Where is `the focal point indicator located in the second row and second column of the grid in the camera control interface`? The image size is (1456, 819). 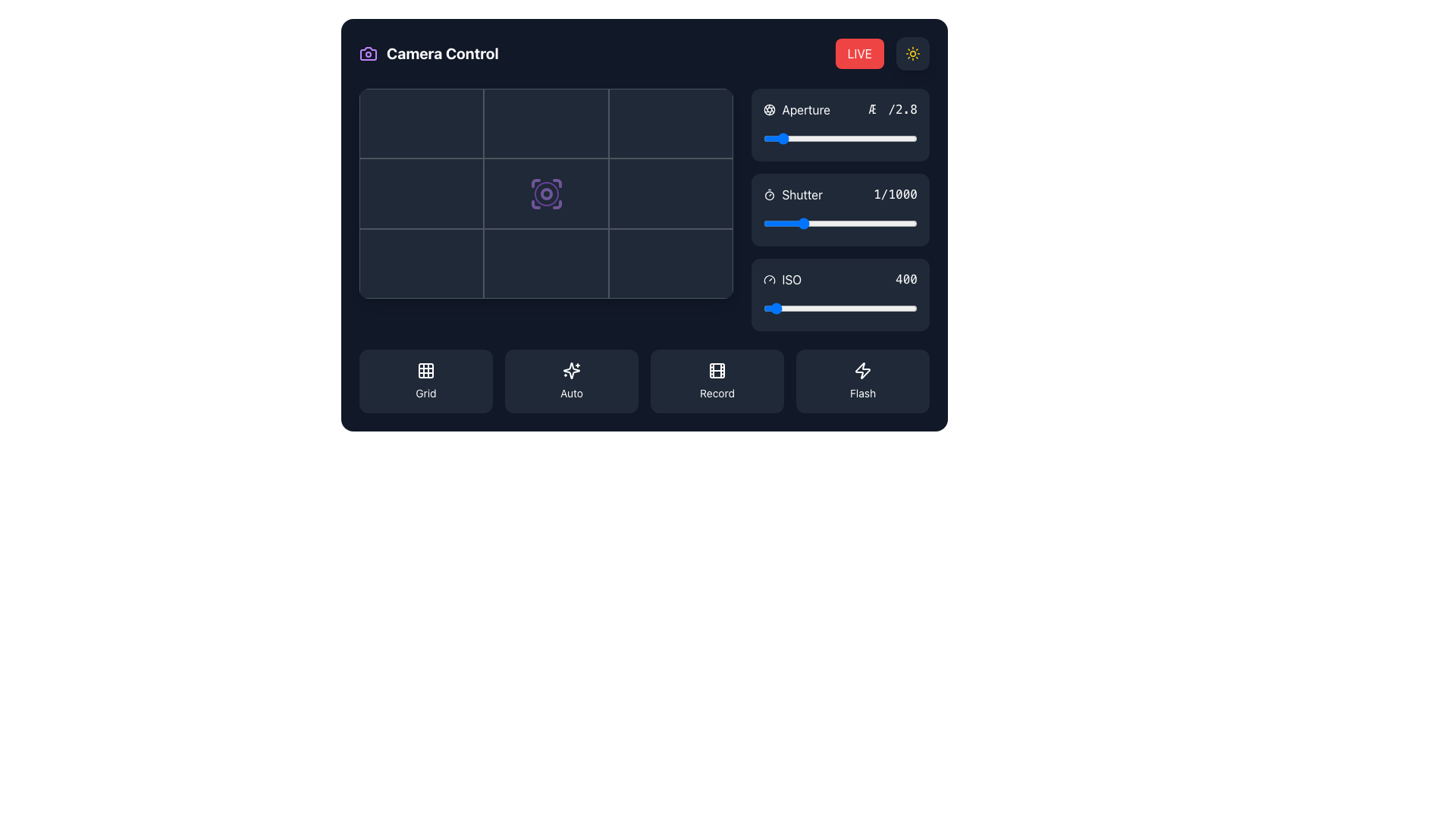
the focal point indicator located in the second row and second column of the grid in the camera control interface is located at coordinates (546, 193).